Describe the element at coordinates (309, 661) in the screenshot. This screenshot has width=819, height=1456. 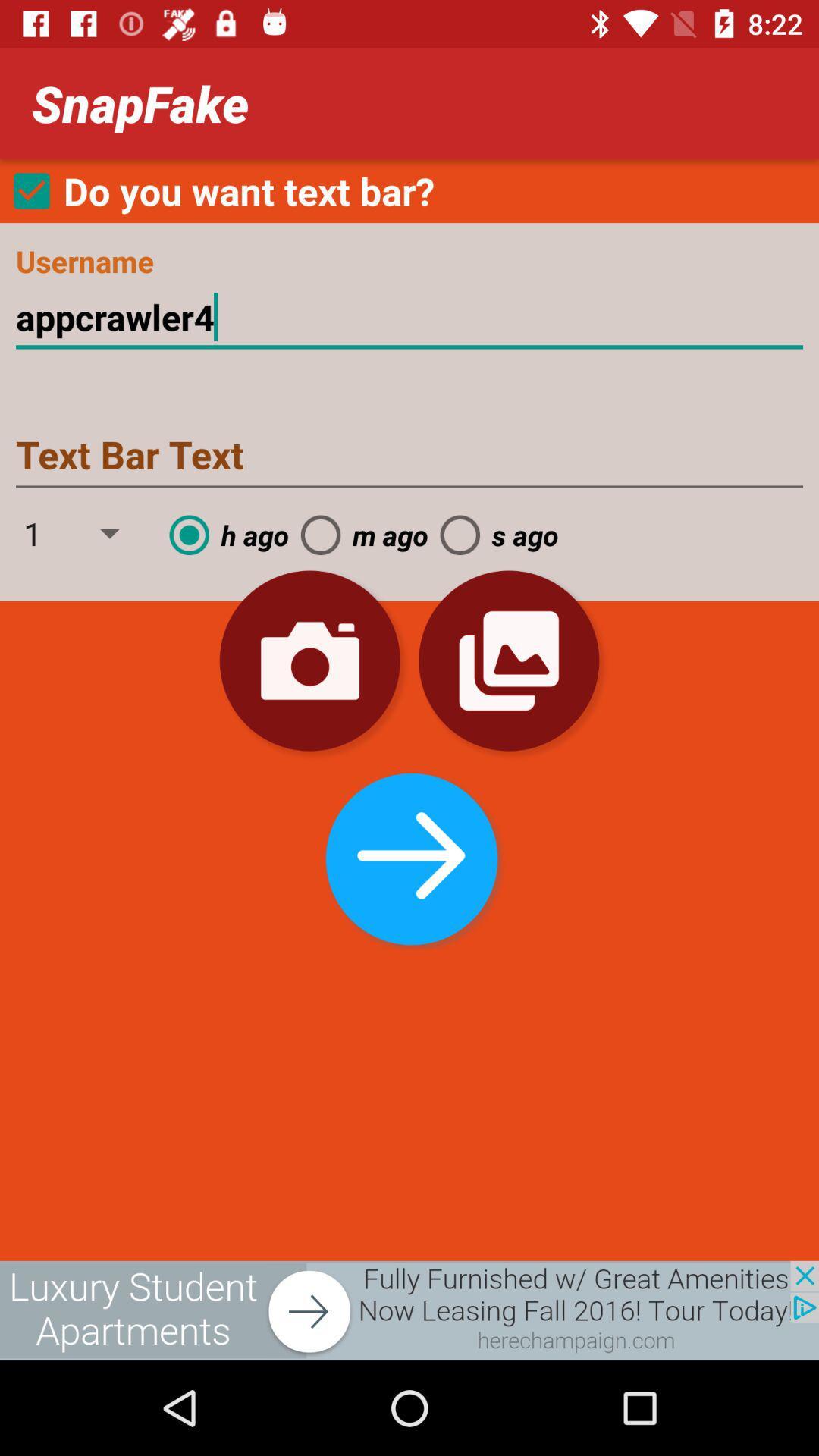
I see `camera switch option` at that location.